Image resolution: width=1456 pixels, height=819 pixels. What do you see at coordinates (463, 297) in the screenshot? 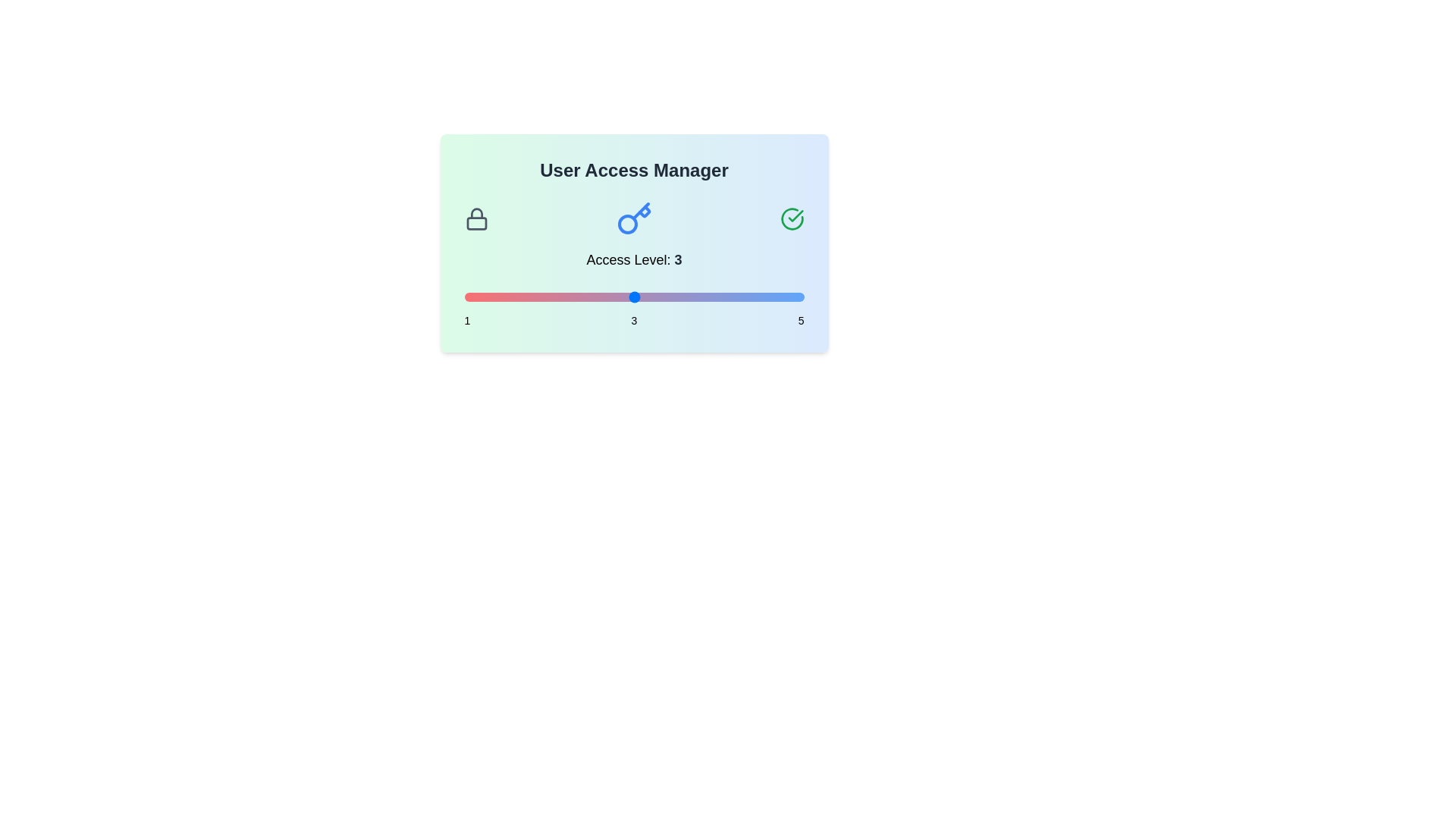
I see `the access level slider to 1` at bounding box center [463, 297].